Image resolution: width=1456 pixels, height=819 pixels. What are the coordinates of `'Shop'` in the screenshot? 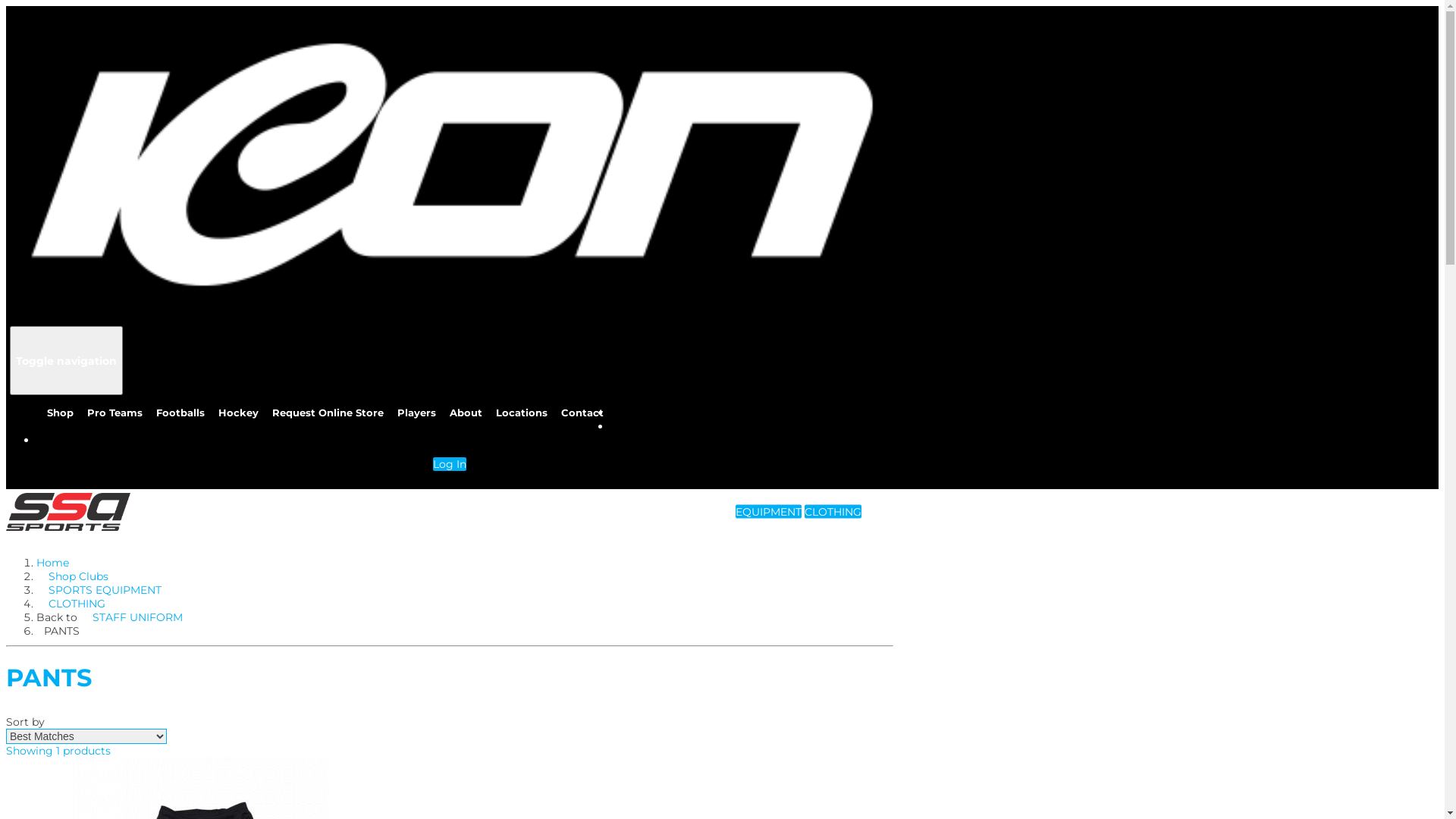 It's located at (60, 414).